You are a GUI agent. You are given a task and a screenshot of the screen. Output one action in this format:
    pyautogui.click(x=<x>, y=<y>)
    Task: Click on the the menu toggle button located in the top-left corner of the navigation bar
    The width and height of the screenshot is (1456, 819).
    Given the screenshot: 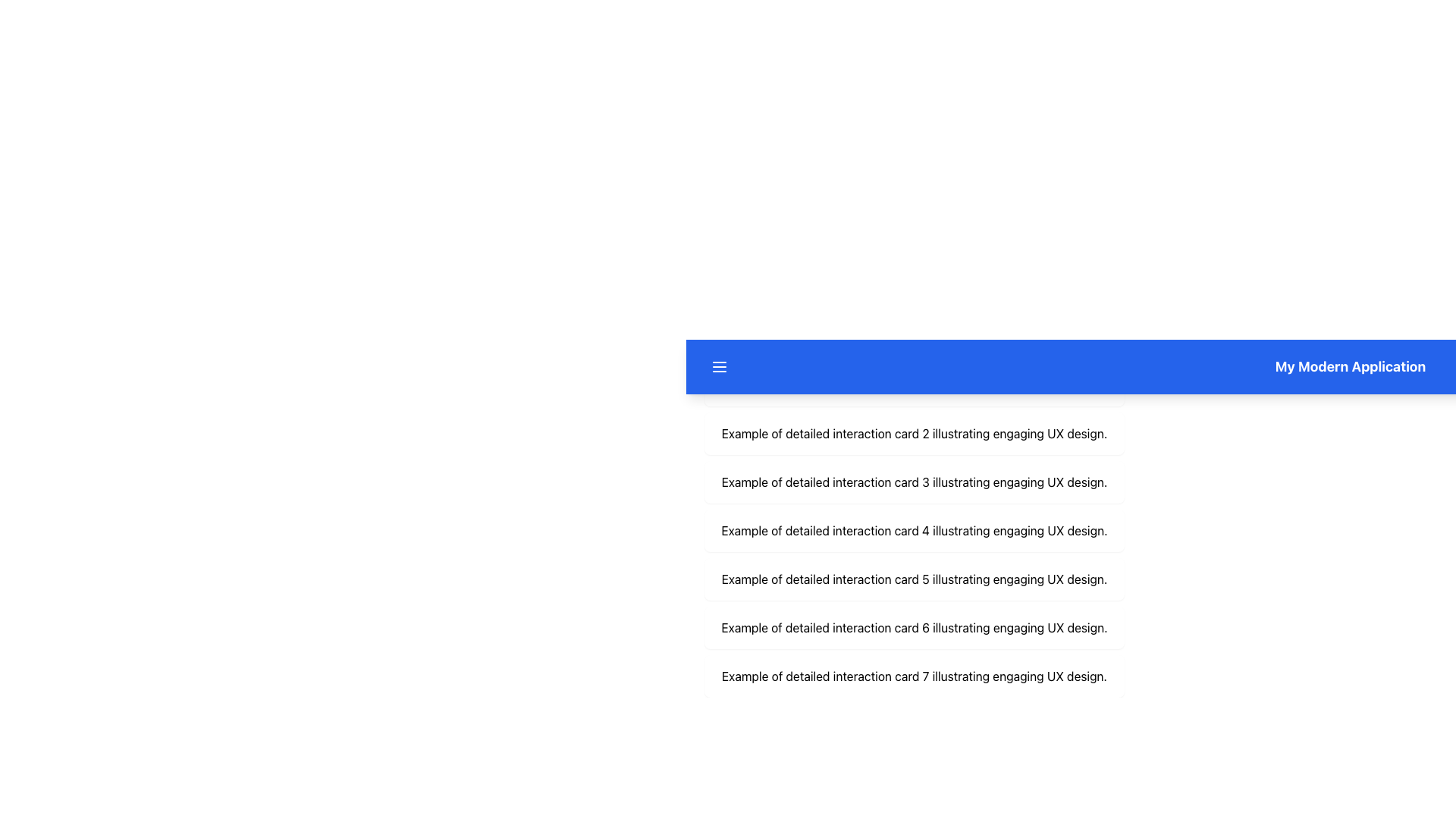 What is the action you would take?
    pyautogui.click(x=719, y=366)
    